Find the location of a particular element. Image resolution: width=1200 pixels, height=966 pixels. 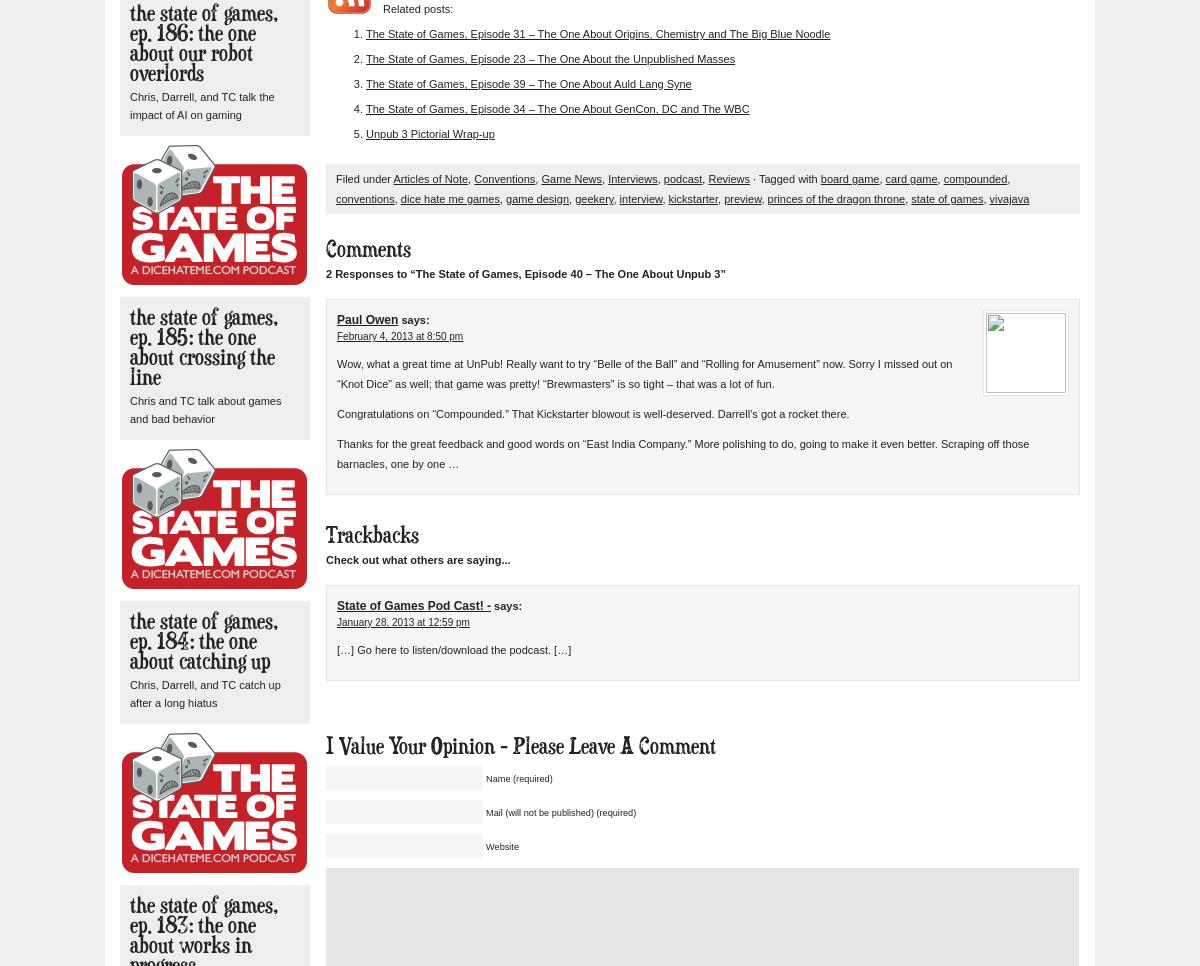

'[…] Go here to listen/download the podcast. […]' is located at coordinates (452, 649).